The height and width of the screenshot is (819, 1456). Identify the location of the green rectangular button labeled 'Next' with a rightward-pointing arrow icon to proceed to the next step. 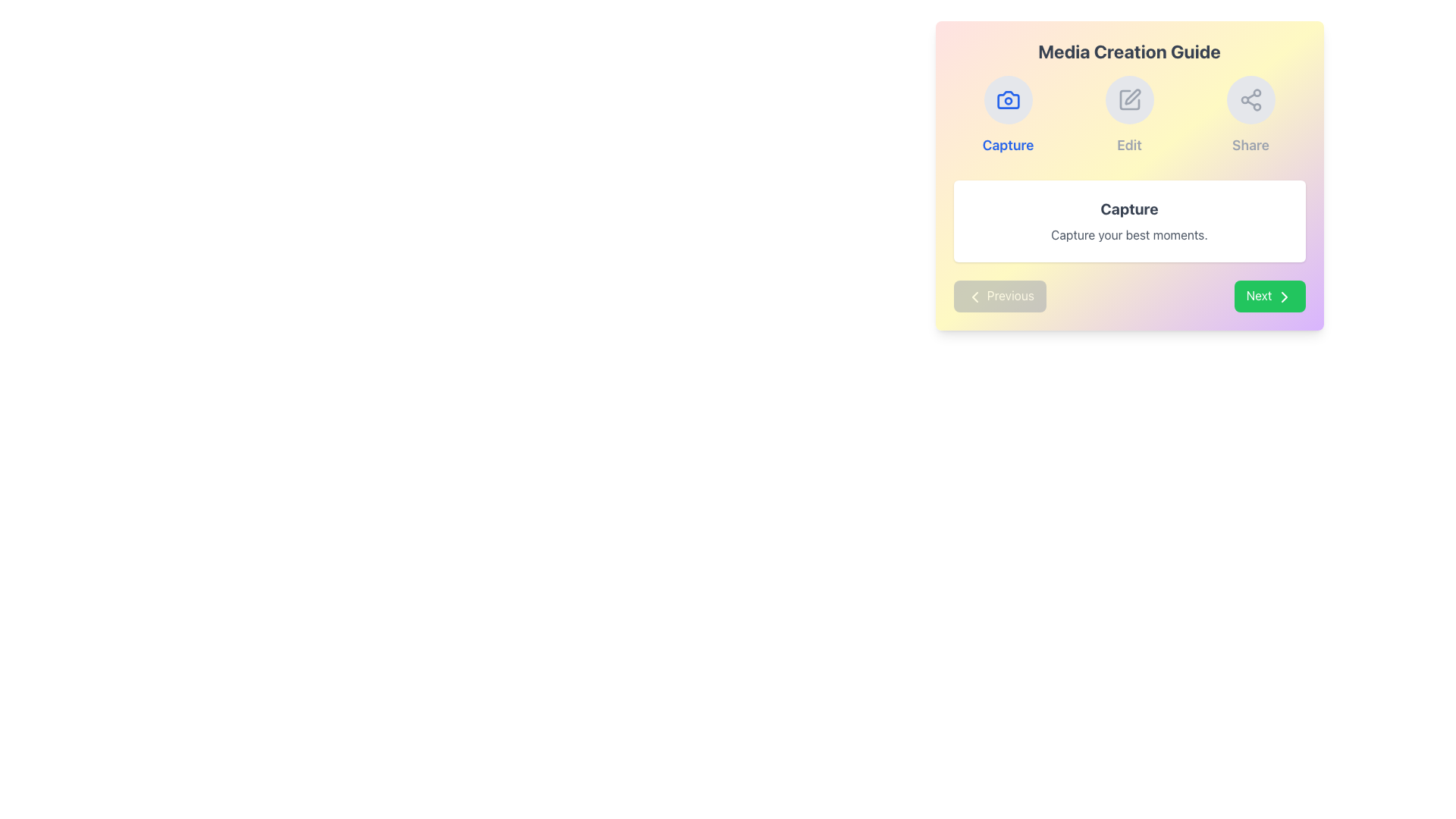
(1269, 296).